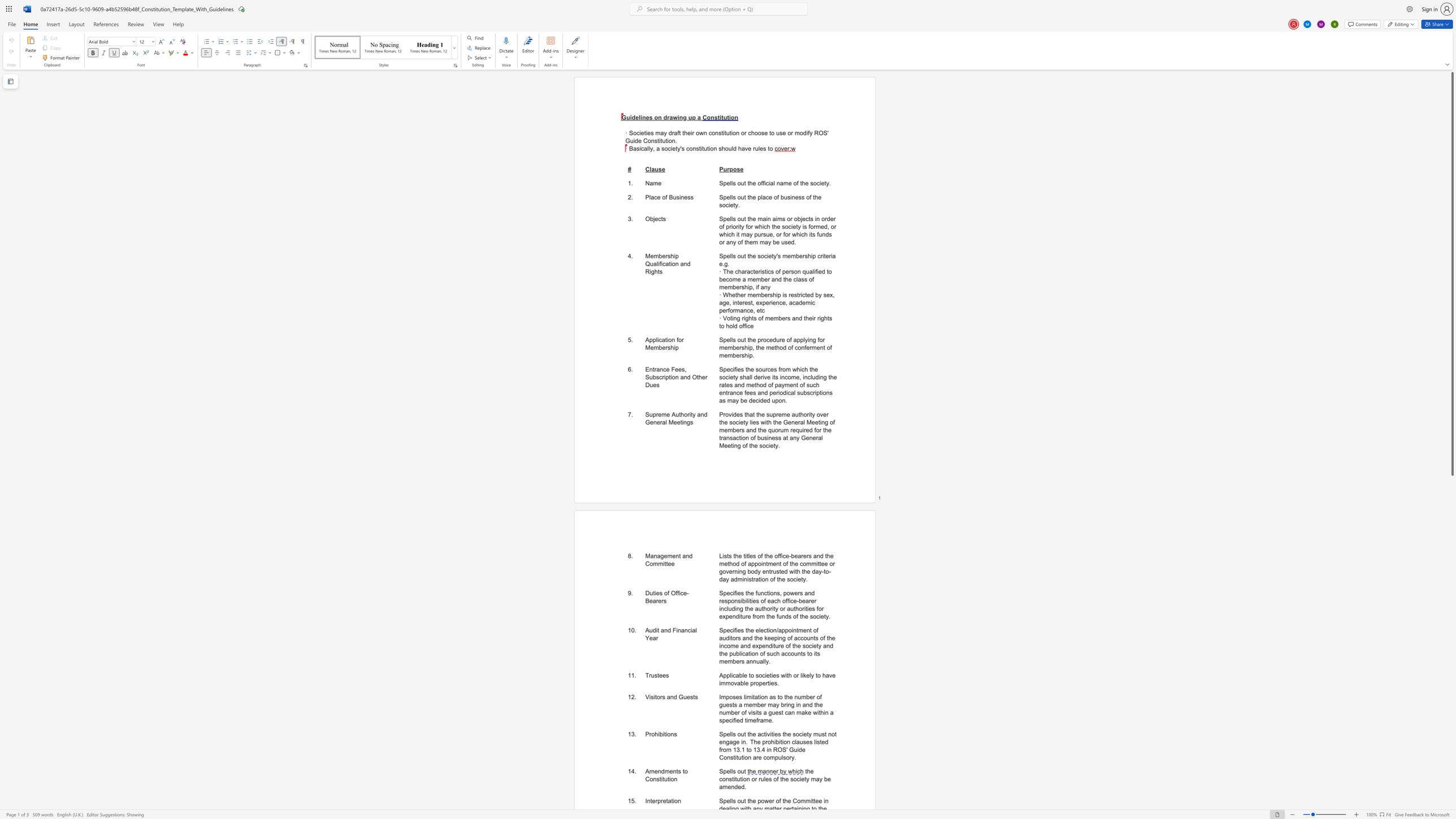  Describe the element at coordinates (785, 712) in the screenshot. I see `the subset text "can mak" within the text "Imposes limitation as to the number of guests a member may bring in and the number of visits a guest can make within a specified"` at that location.